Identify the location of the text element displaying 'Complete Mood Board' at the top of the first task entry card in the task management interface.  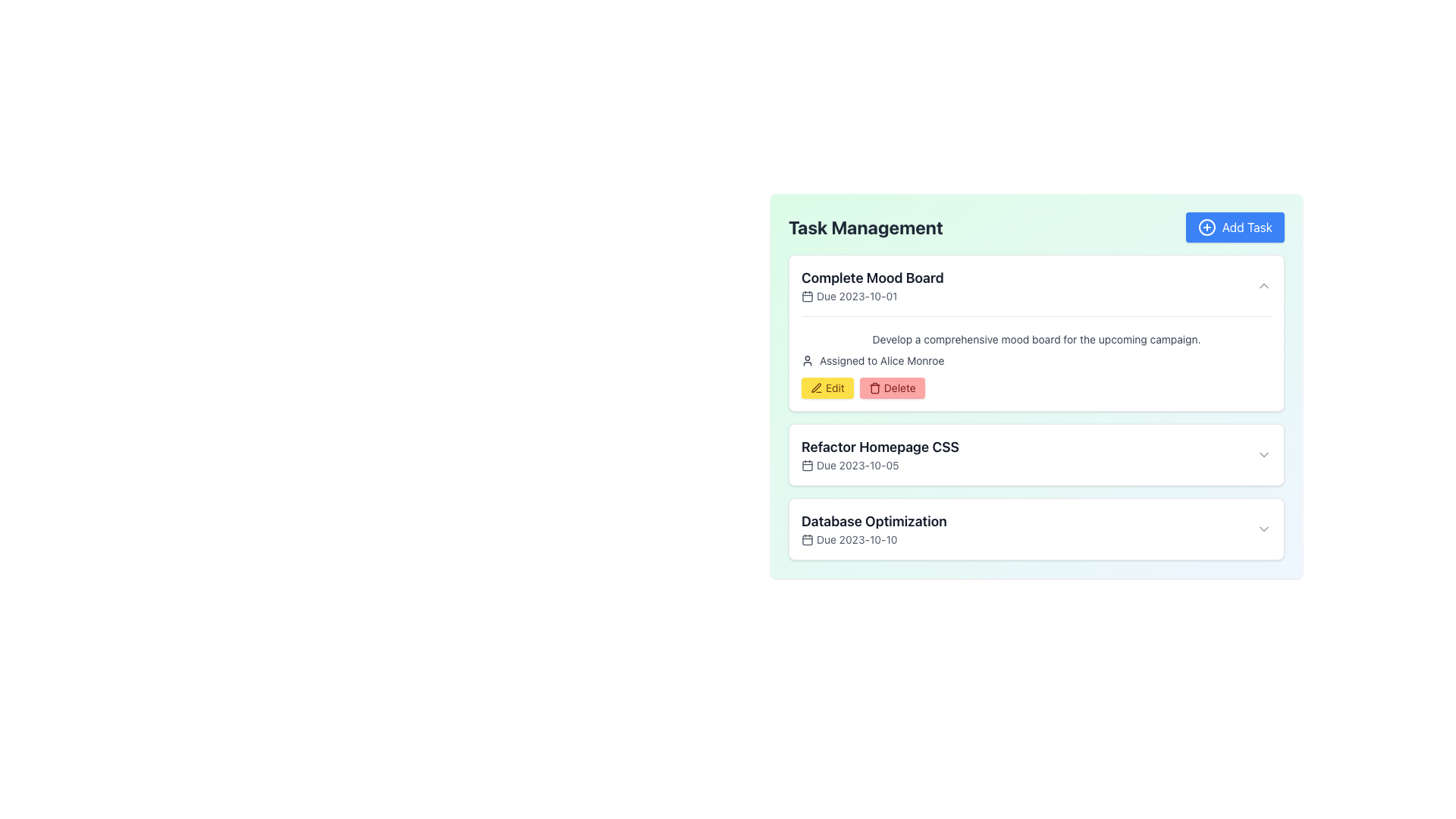
(872, 278).